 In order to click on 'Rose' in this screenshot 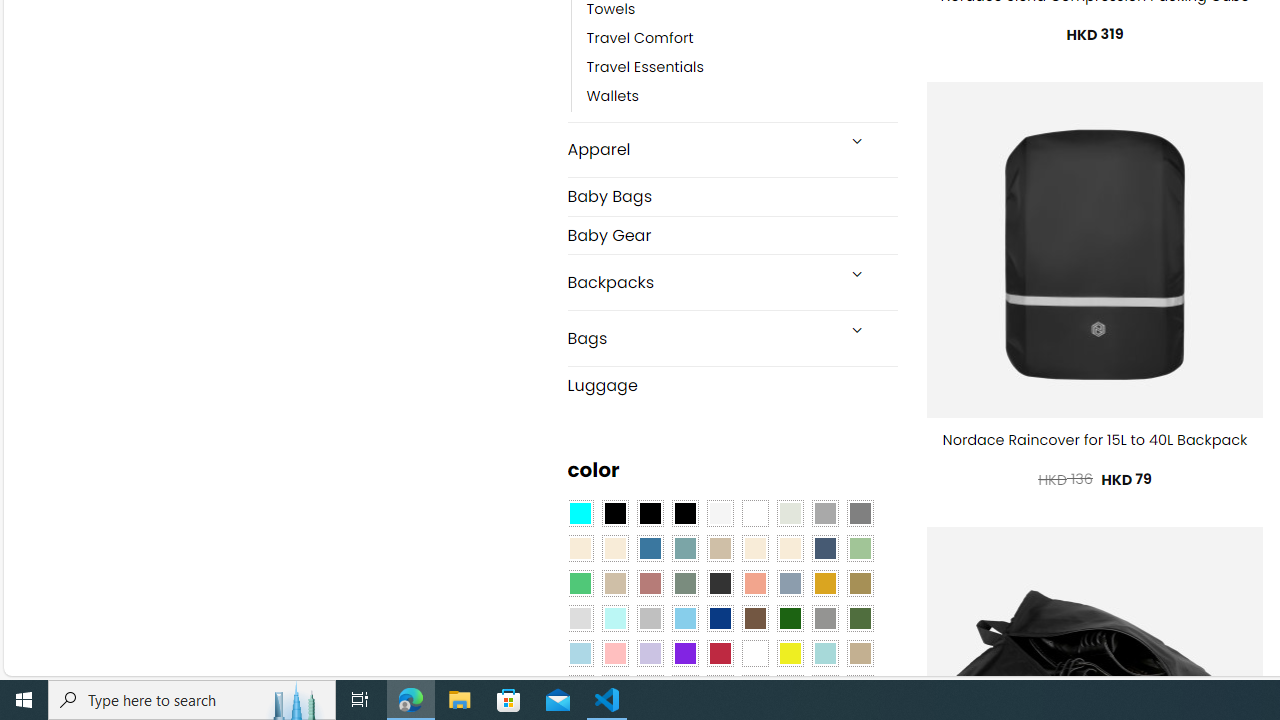, I will do `click(650, 583)`.